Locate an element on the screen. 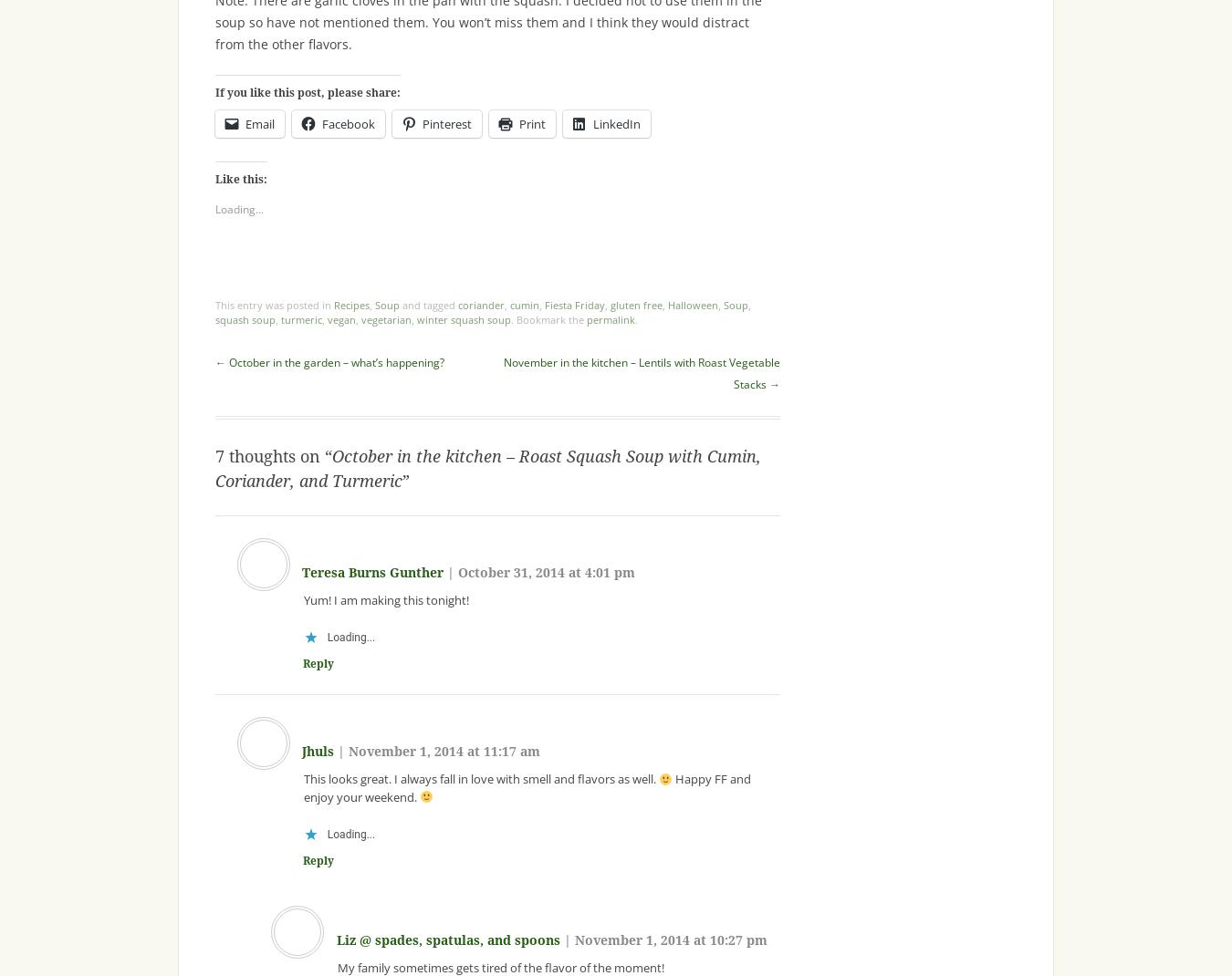  'Yum! I am making this tonight!' is located at coordinates (301, 600).